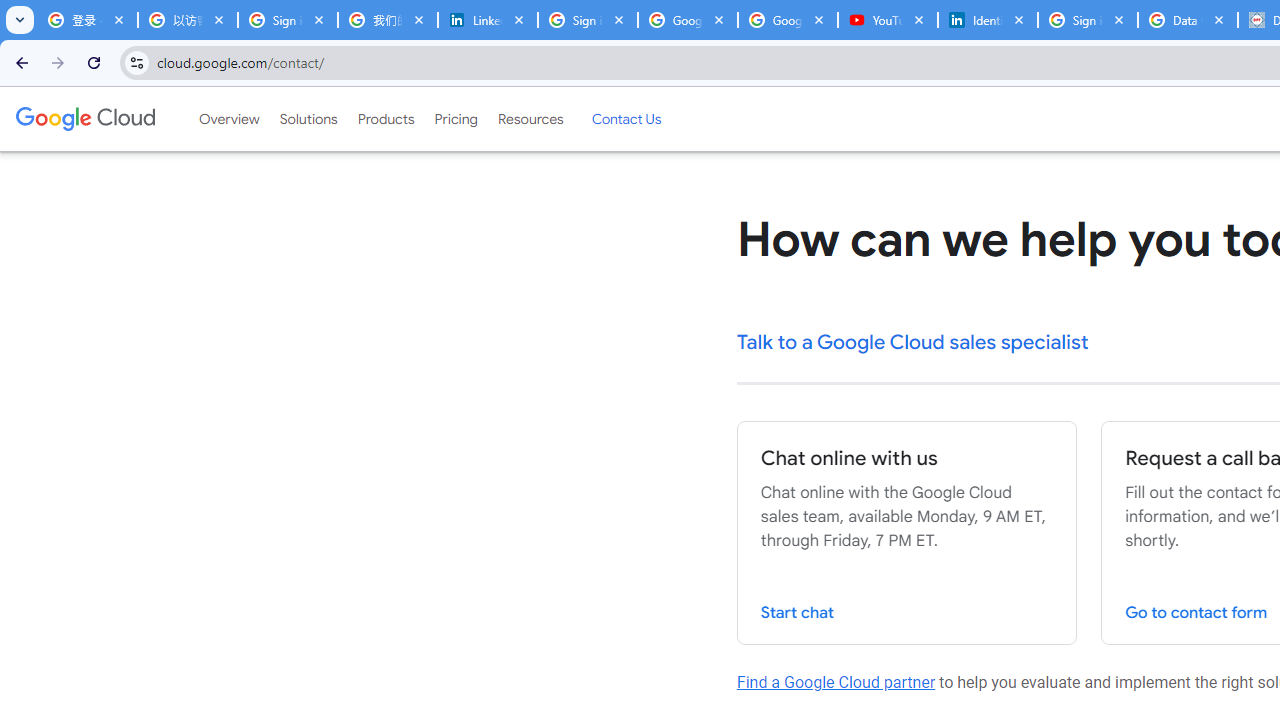 The width and height of the screenshot is (1280, 720). Describe the element at coordinates (835, 681) in the screenshot. I see `'Find a Google Cloud partner'` at that location.